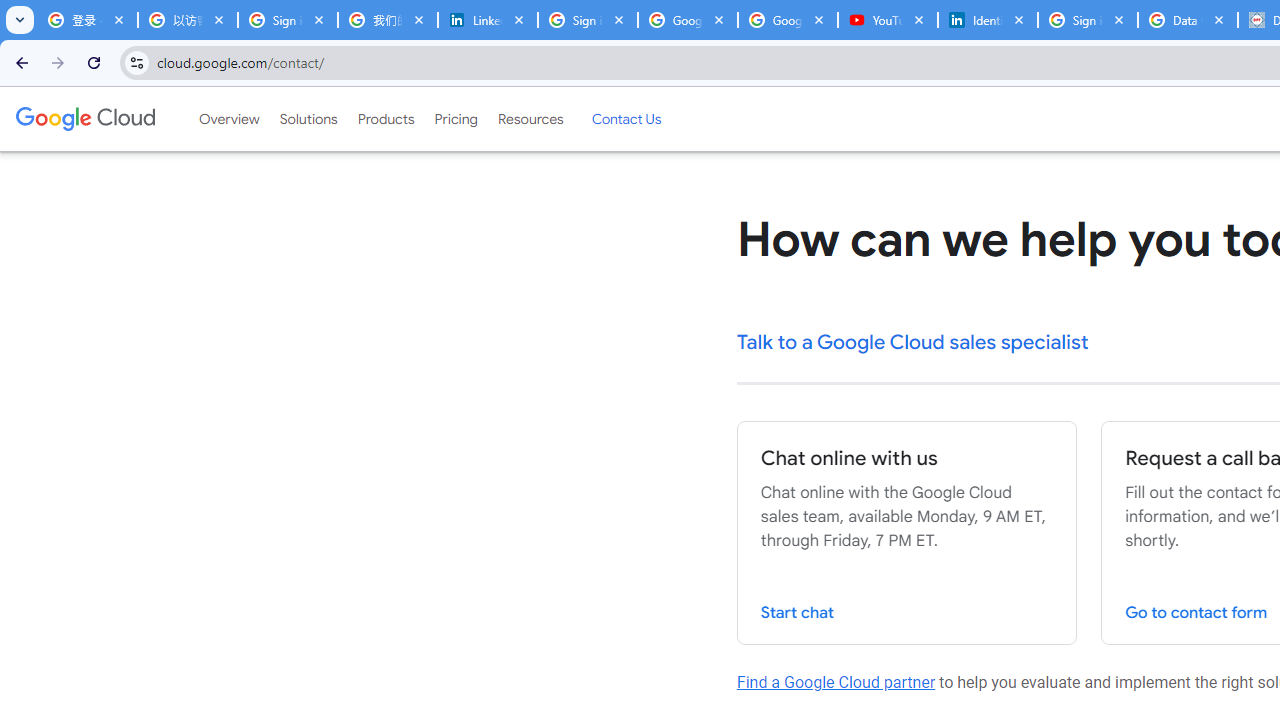 The width and height of the screenshot is (1280, 720). Describe the element at coordinates (835, 681) in the screenshot. I see `'Find a Google Cloud partner'` at that location.